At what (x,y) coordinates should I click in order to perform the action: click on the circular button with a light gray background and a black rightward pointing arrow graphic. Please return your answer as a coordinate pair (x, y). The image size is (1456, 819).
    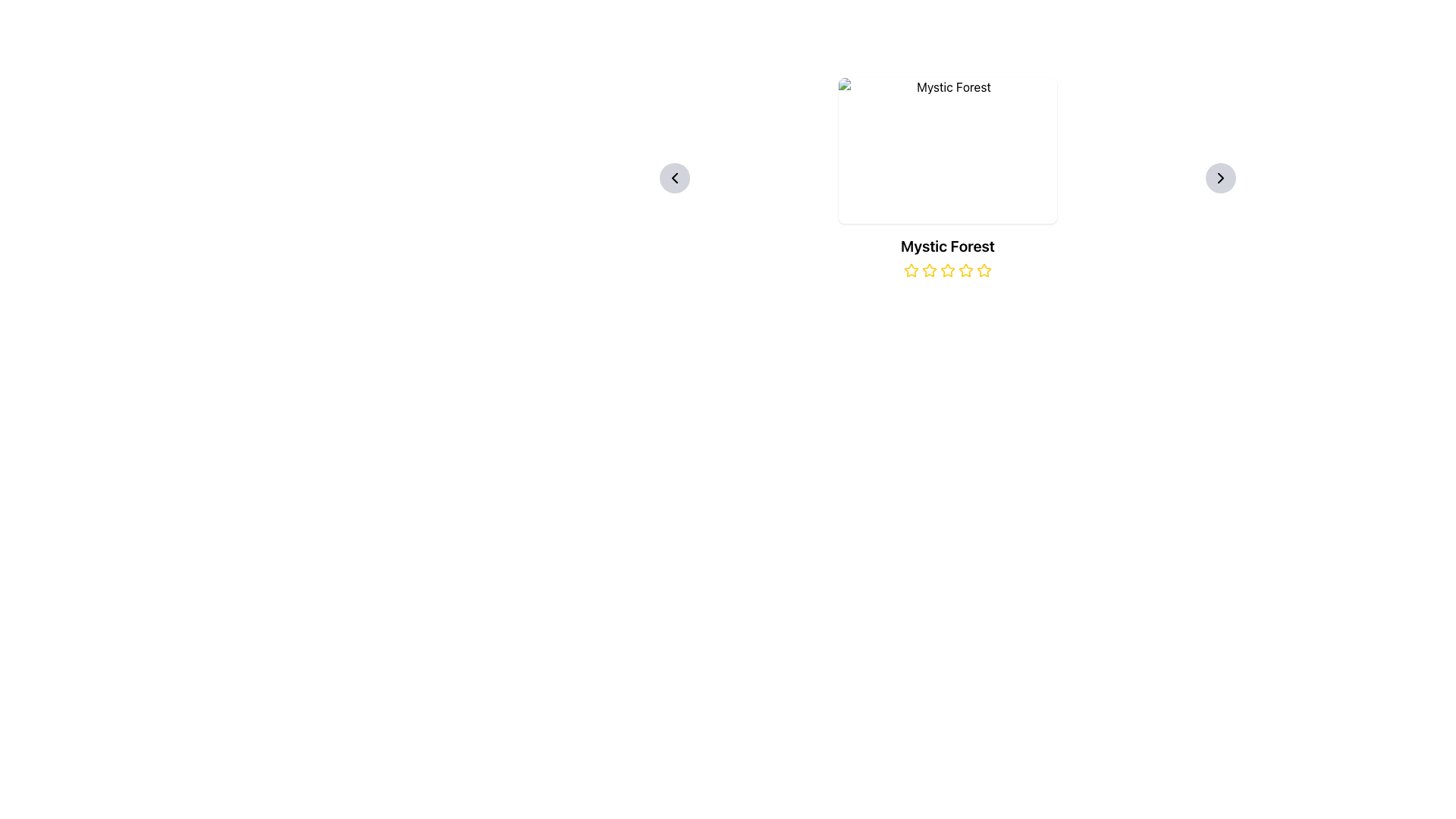
    Looking at the image, I should click on (1220, 177).